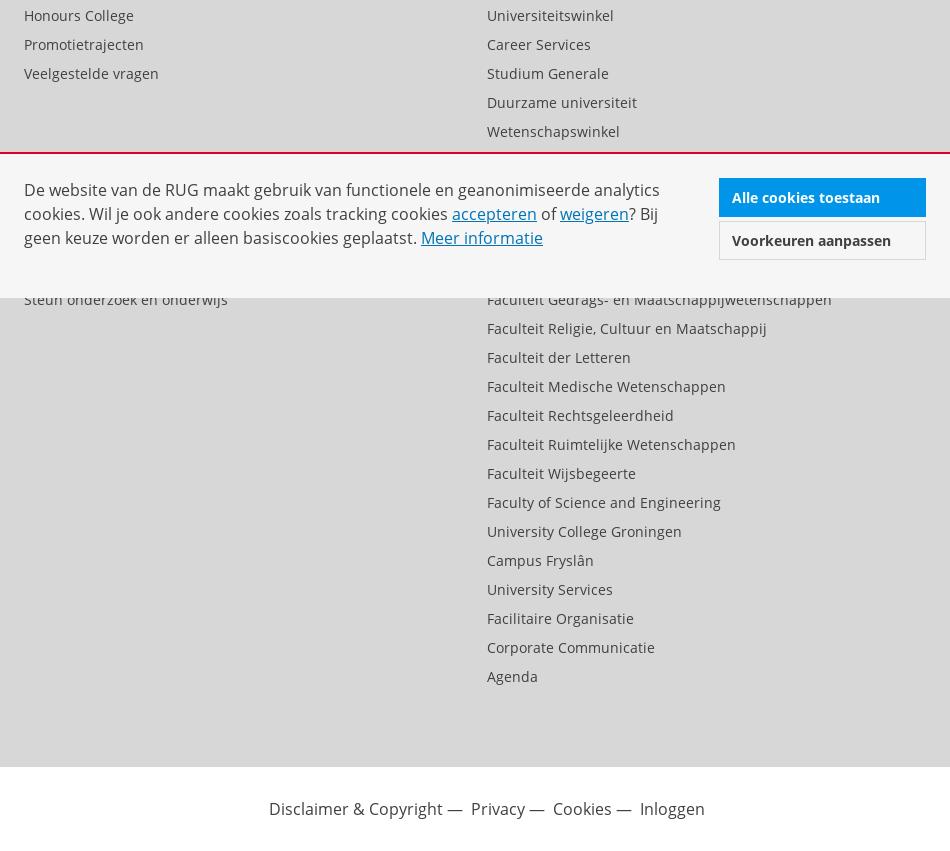  I want to click on 'Alumni', so click(51, 181).